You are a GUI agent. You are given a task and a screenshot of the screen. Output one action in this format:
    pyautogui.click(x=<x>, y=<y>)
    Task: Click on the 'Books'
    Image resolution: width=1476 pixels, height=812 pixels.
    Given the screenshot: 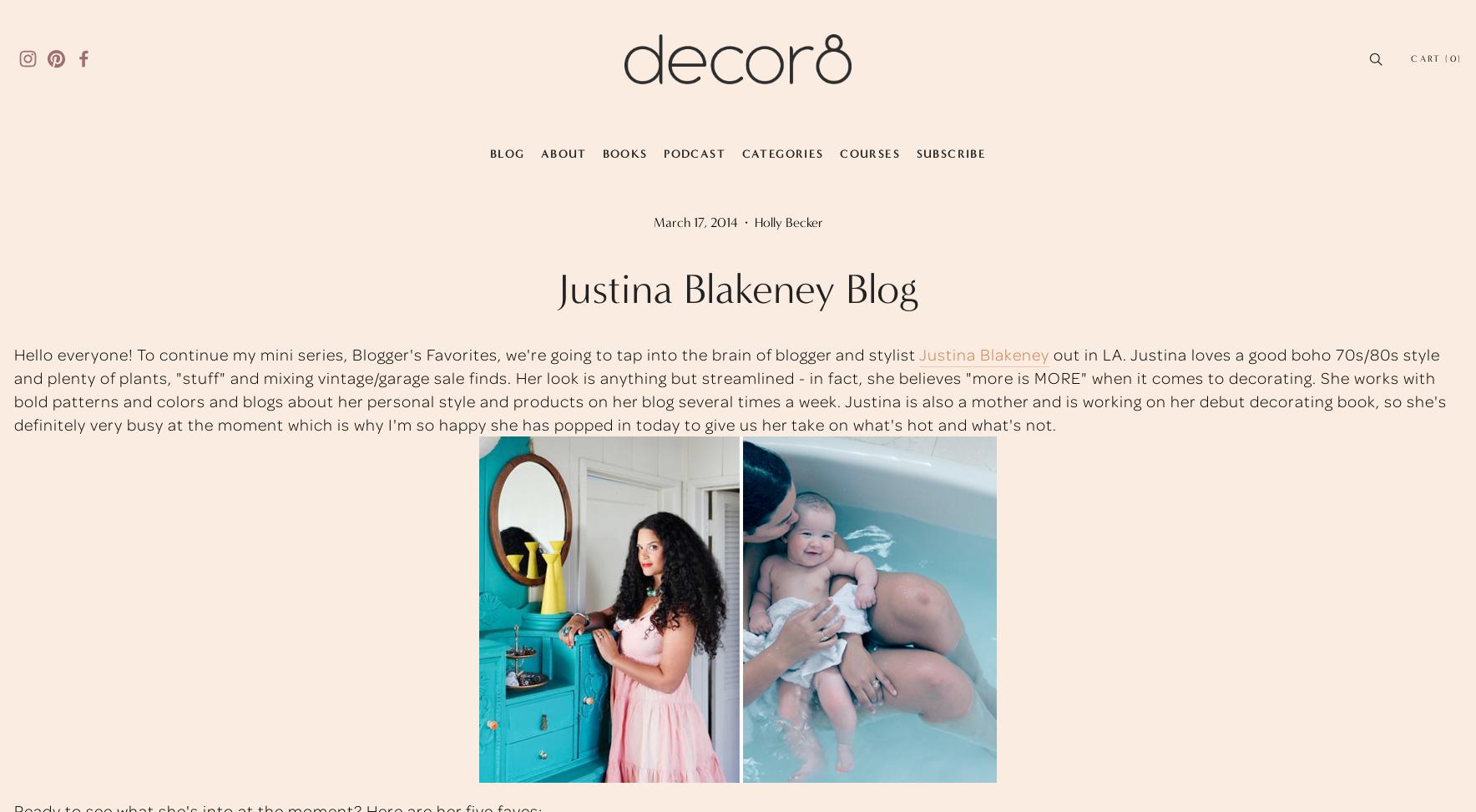 What is the action you would take?
    pyautogui.click(x=624, y=153)
    